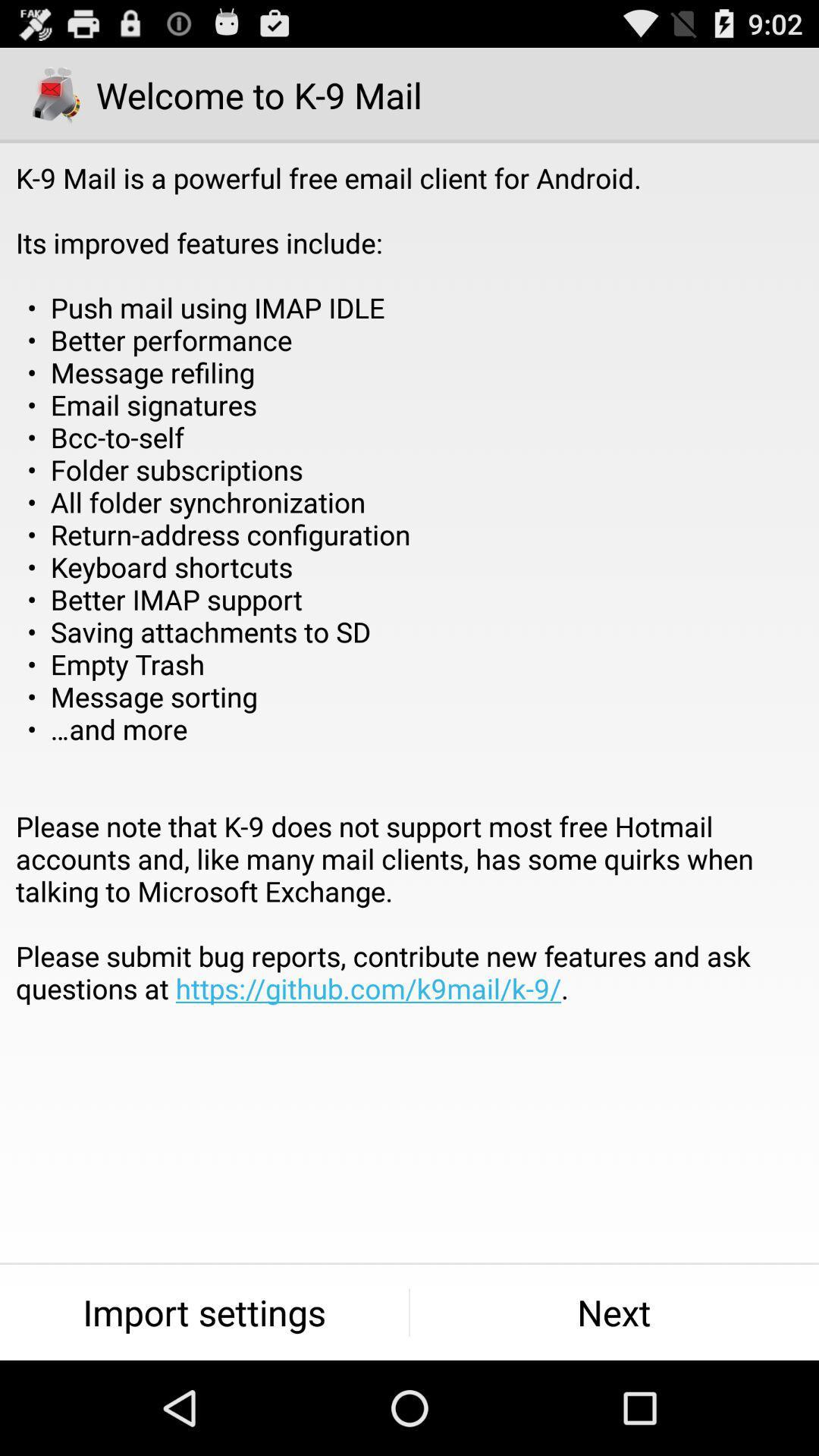  What do you see at coordinates (203, 1312) in the screenshot?
I see `import settings item` at bounding box center [203, 1312].